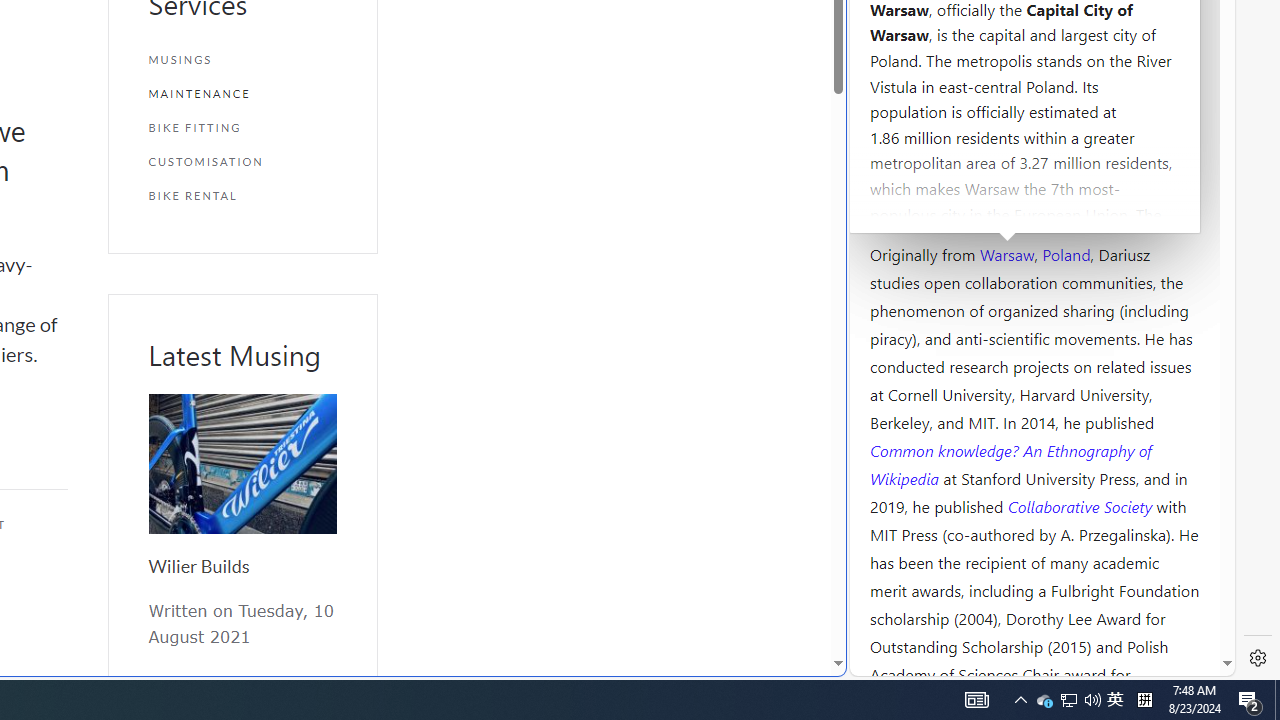 The height and width of the screenshot is (720, 1280). Describe the element at coordinates (1006, 252) in the screenshot. I see `'Warsaw'` at that location.